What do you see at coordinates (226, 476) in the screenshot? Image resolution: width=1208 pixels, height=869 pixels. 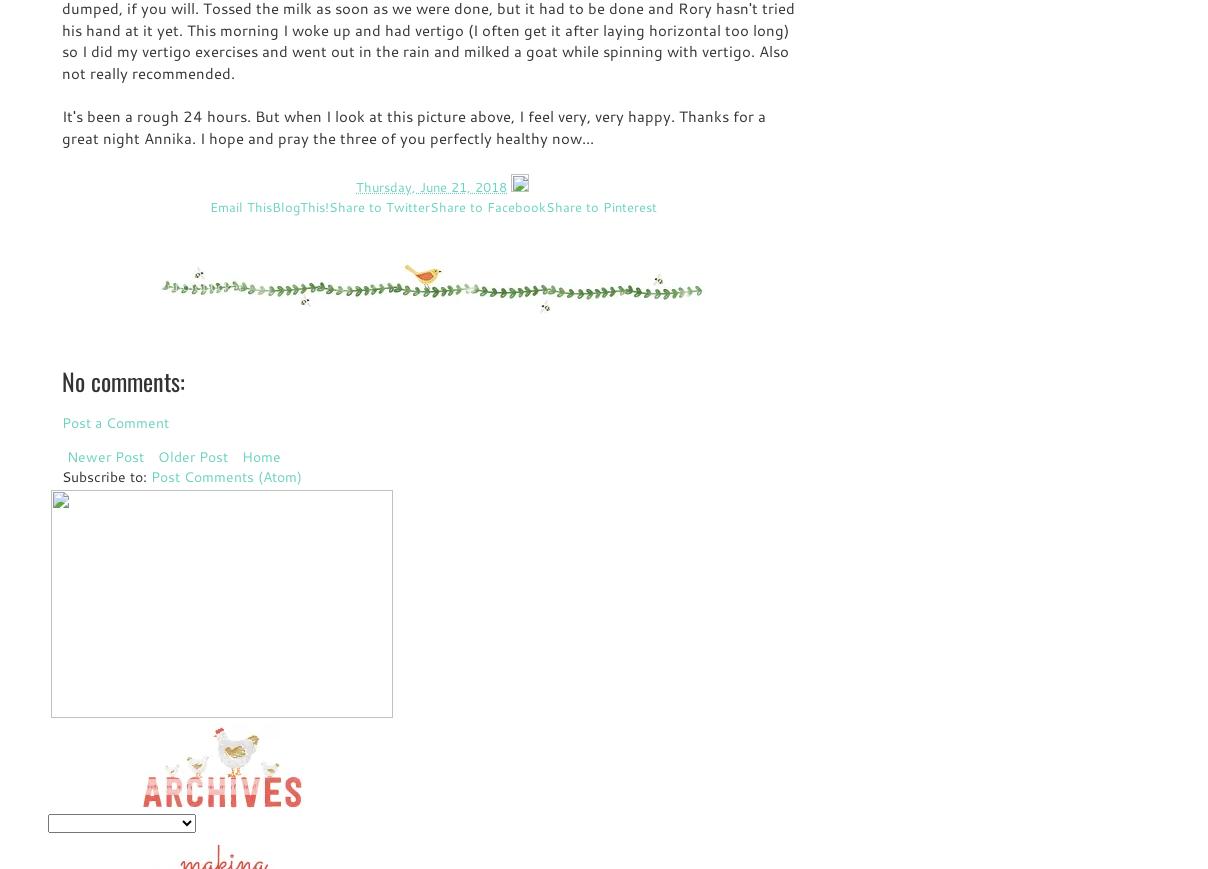 I see `'Post Comments (Atom)'` at bounding box center [226, 476].